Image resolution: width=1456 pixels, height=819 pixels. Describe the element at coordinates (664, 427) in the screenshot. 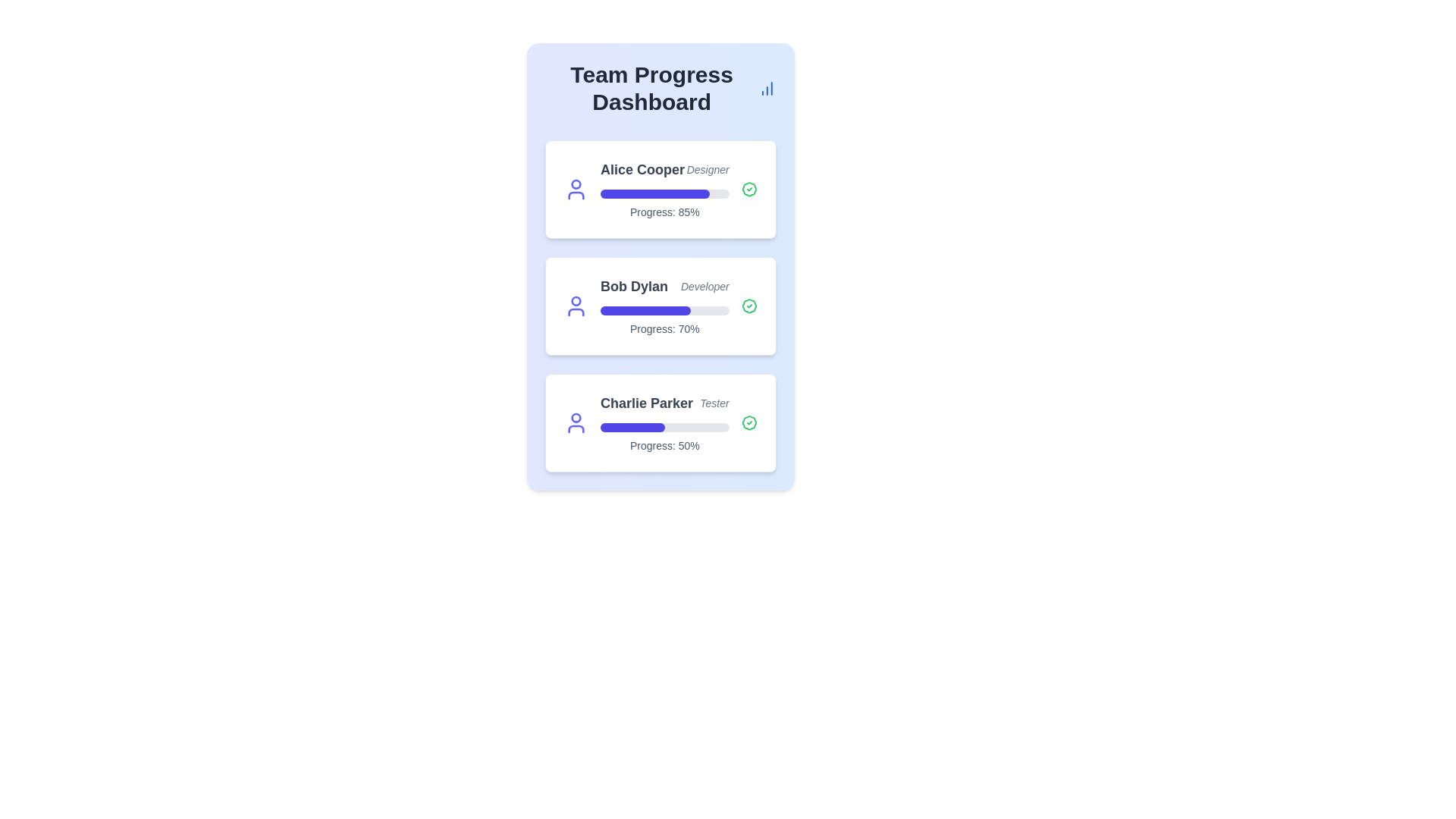

I see `the progress bar representing 50% progress for user 'Charlie Parker', located below the name and title and above the text 'Progress: 50%'` at that location.